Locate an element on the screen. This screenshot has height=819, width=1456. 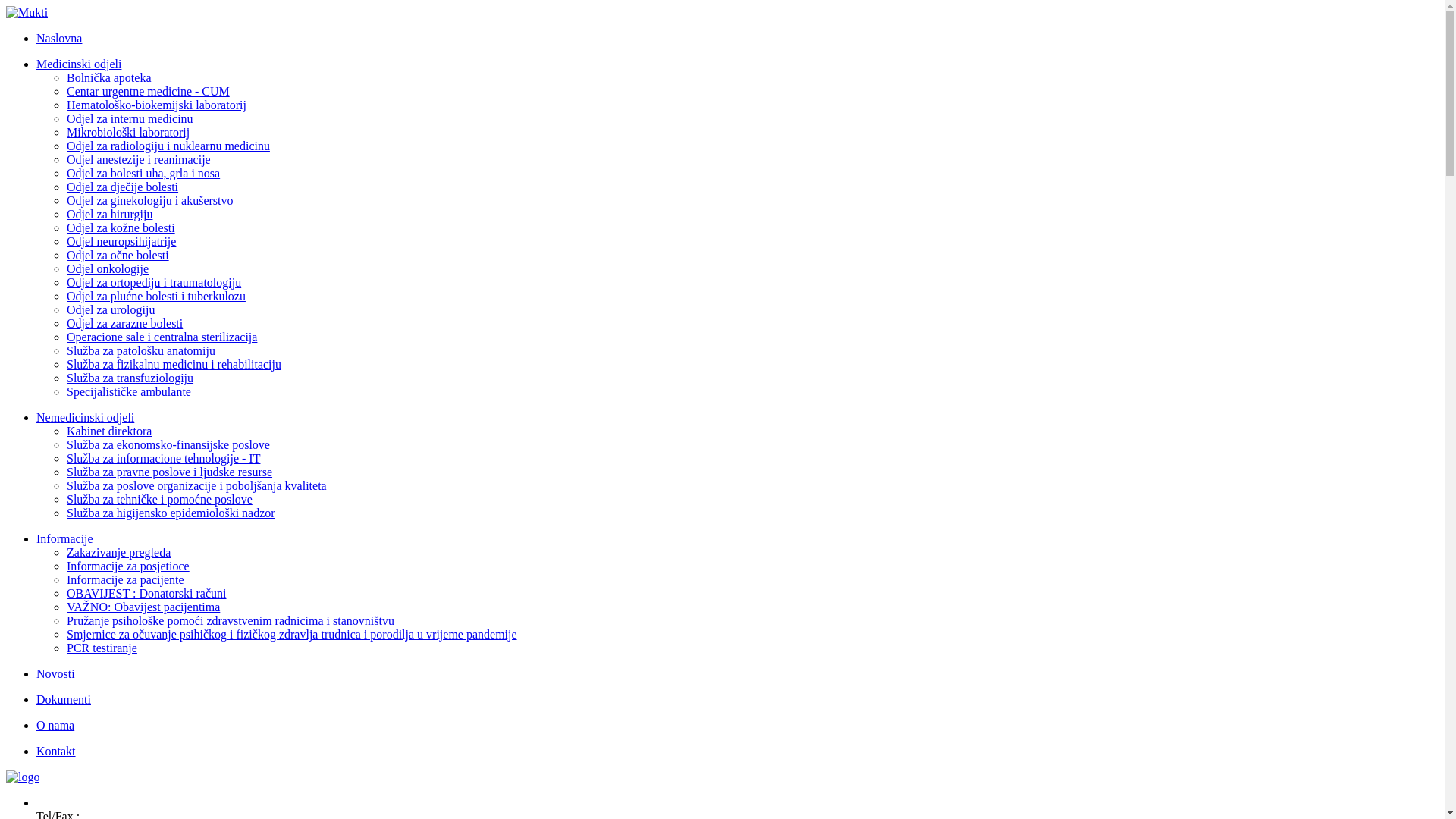
'Kabinet direktora' is located at coordinates (108, 431).